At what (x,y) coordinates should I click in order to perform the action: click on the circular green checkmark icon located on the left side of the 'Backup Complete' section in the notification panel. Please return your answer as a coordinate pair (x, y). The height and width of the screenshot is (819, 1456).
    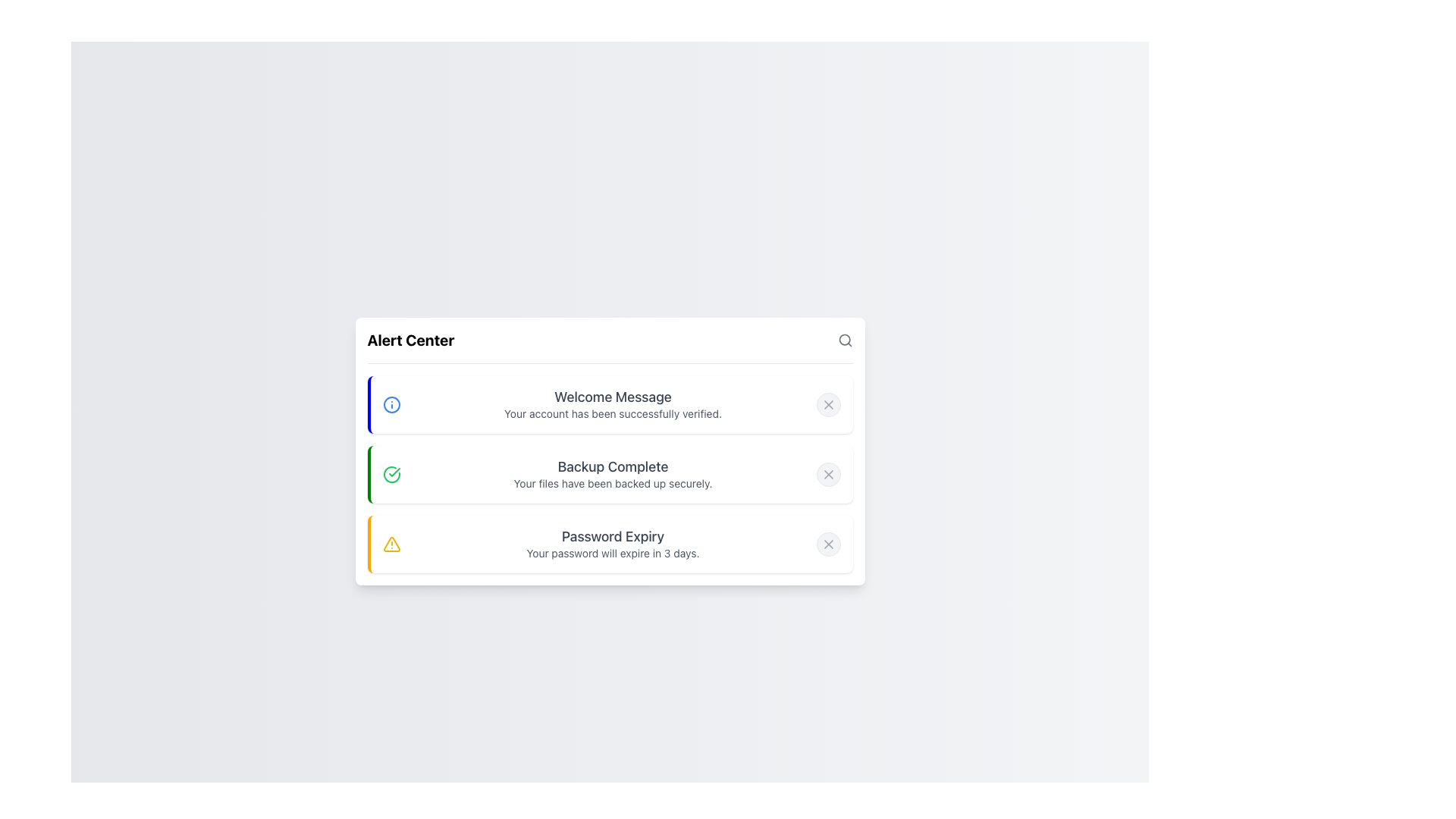
    Looking at the image, I should click on (391, 473).